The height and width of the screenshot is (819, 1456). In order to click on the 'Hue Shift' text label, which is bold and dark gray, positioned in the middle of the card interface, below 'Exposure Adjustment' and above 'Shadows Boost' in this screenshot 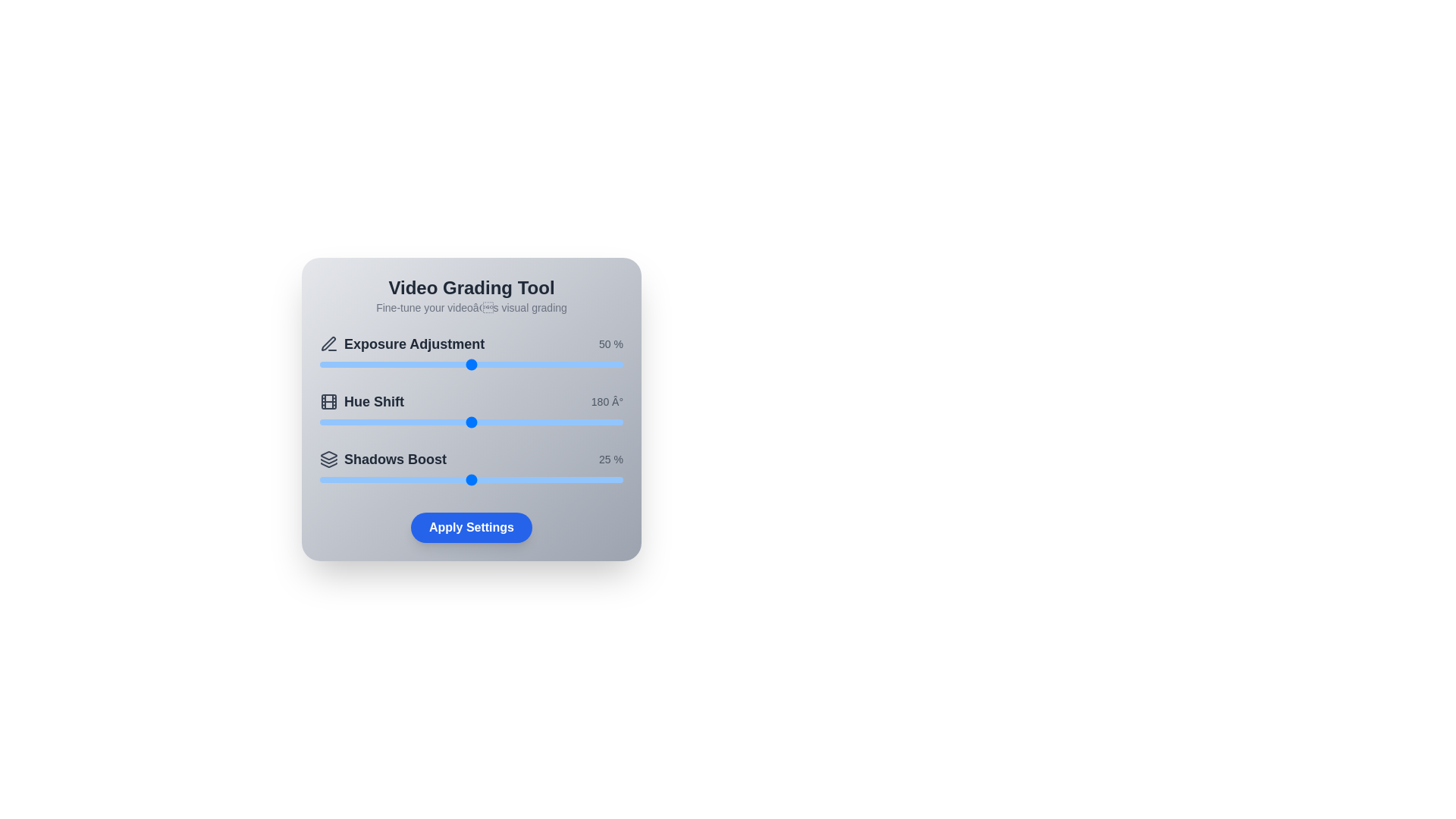, I will do `click(374, 400)`.